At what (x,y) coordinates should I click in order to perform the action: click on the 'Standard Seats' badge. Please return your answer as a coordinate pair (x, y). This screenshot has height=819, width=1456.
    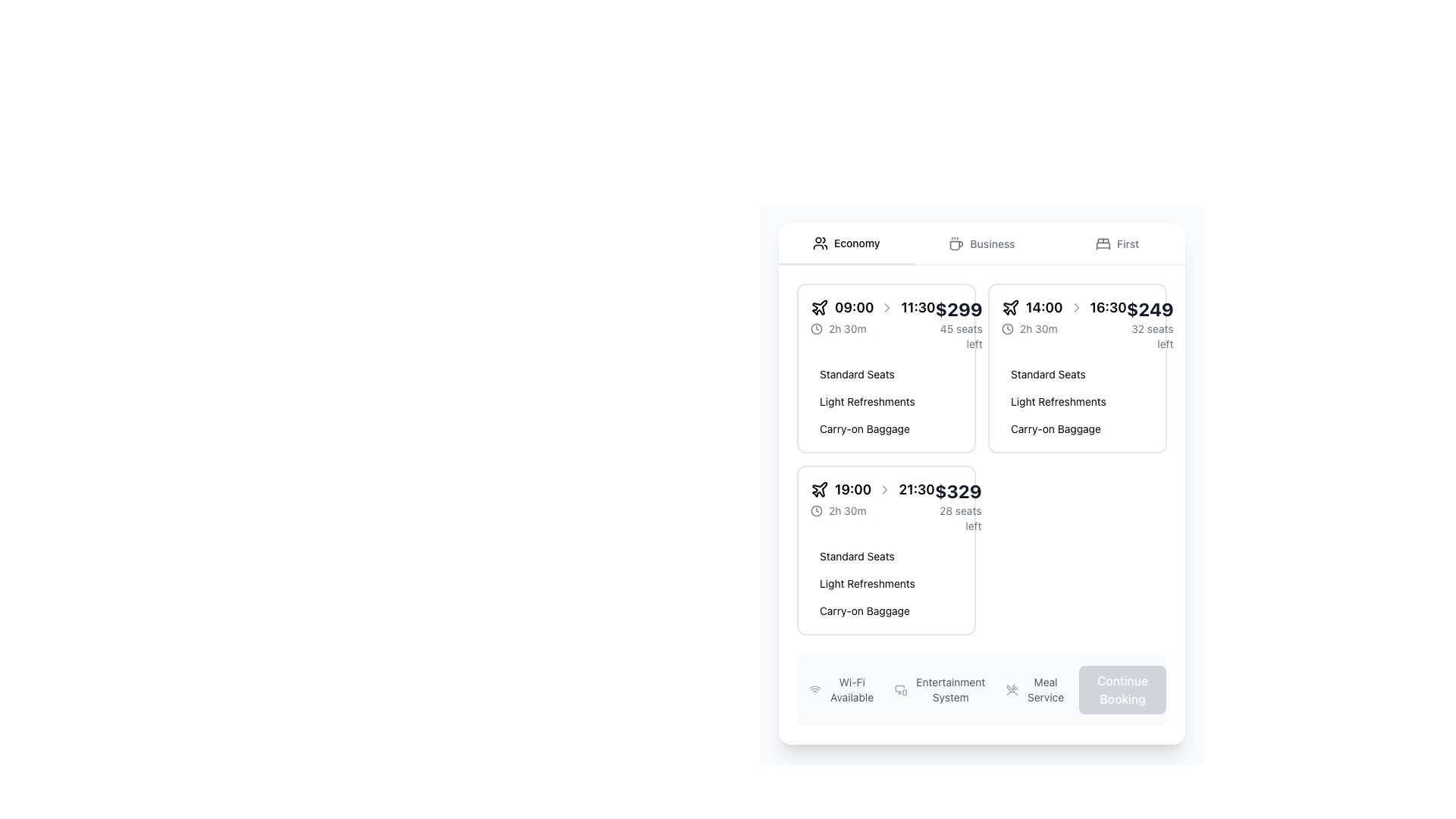
    Looking at the image, I should click on (857, 374).